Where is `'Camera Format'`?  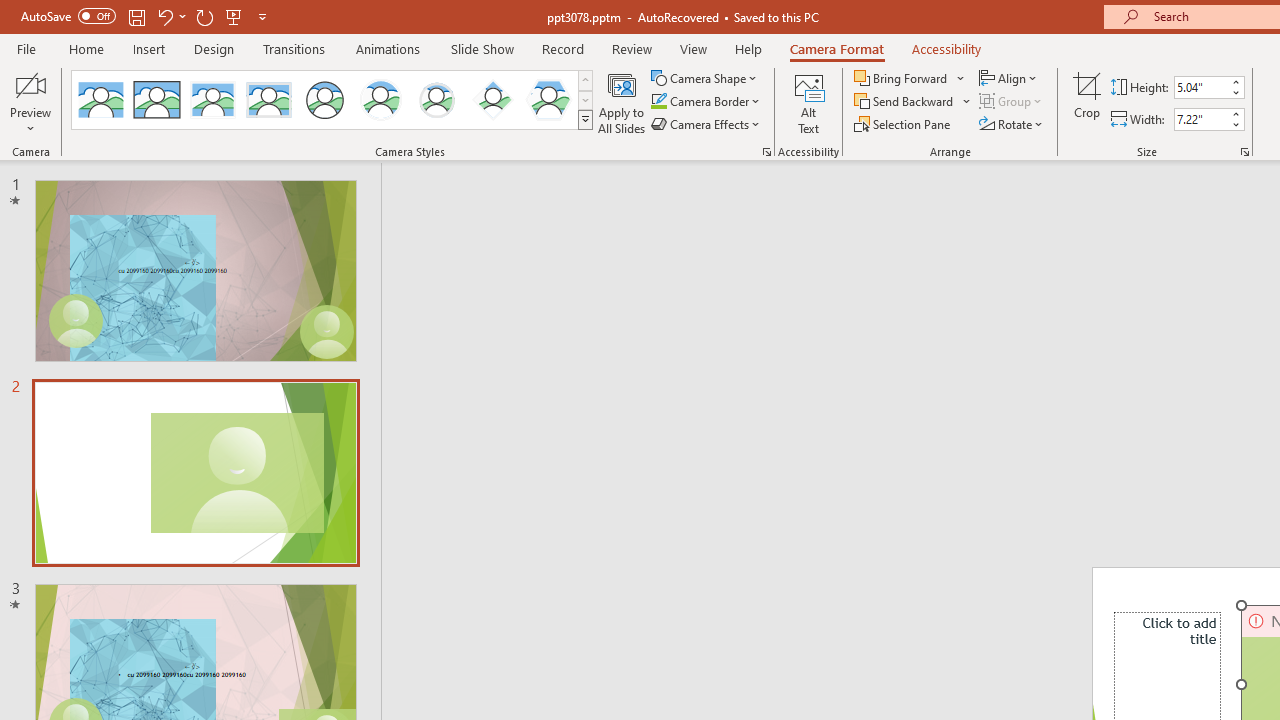
'Camera Format' is located at coordinates (837, 48).